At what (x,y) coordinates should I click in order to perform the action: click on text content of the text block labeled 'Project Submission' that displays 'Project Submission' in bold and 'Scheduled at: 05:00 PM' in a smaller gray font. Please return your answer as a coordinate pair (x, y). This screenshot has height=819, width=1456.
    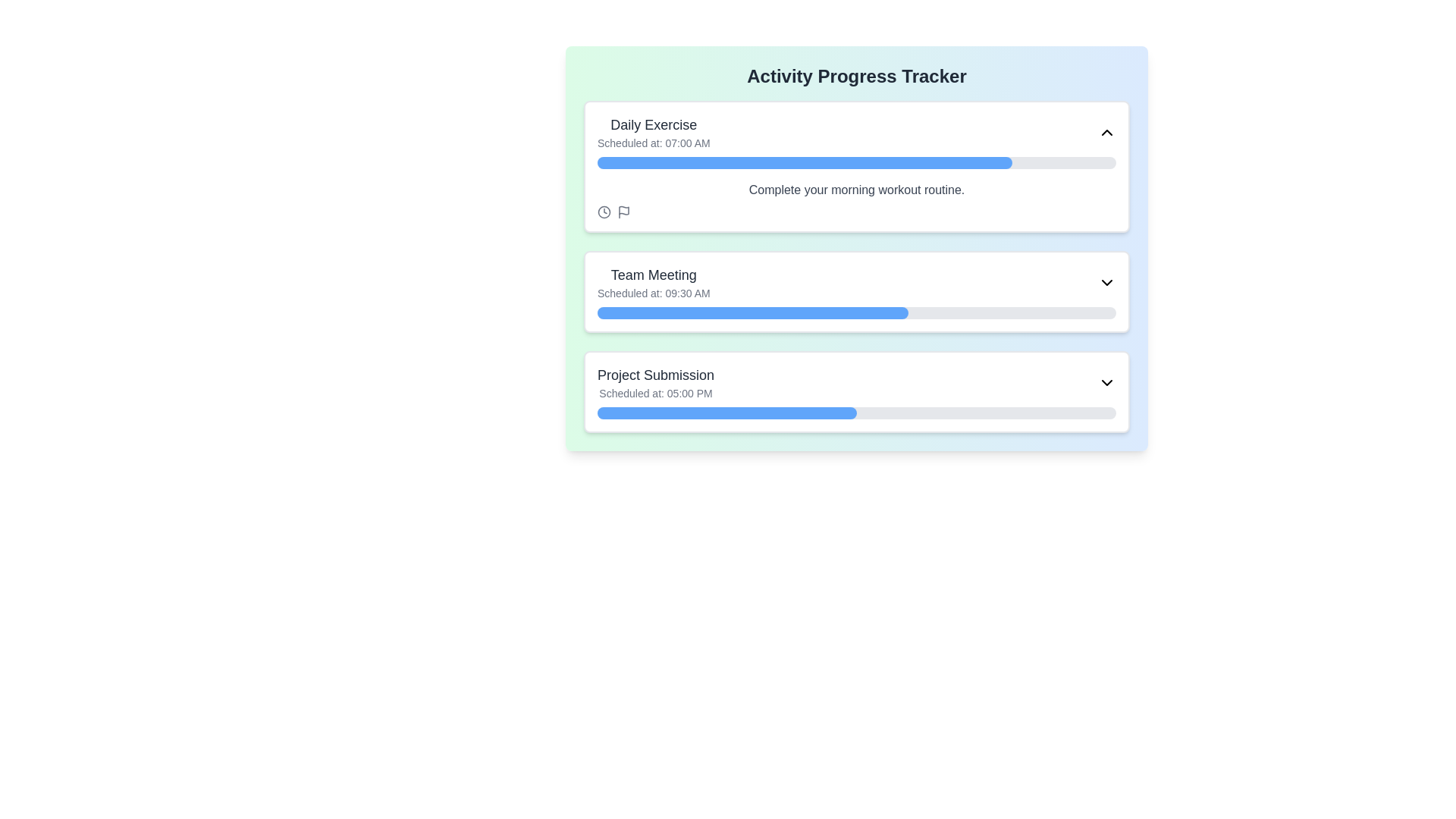
    Looking at the image, I should click on (655, 382).